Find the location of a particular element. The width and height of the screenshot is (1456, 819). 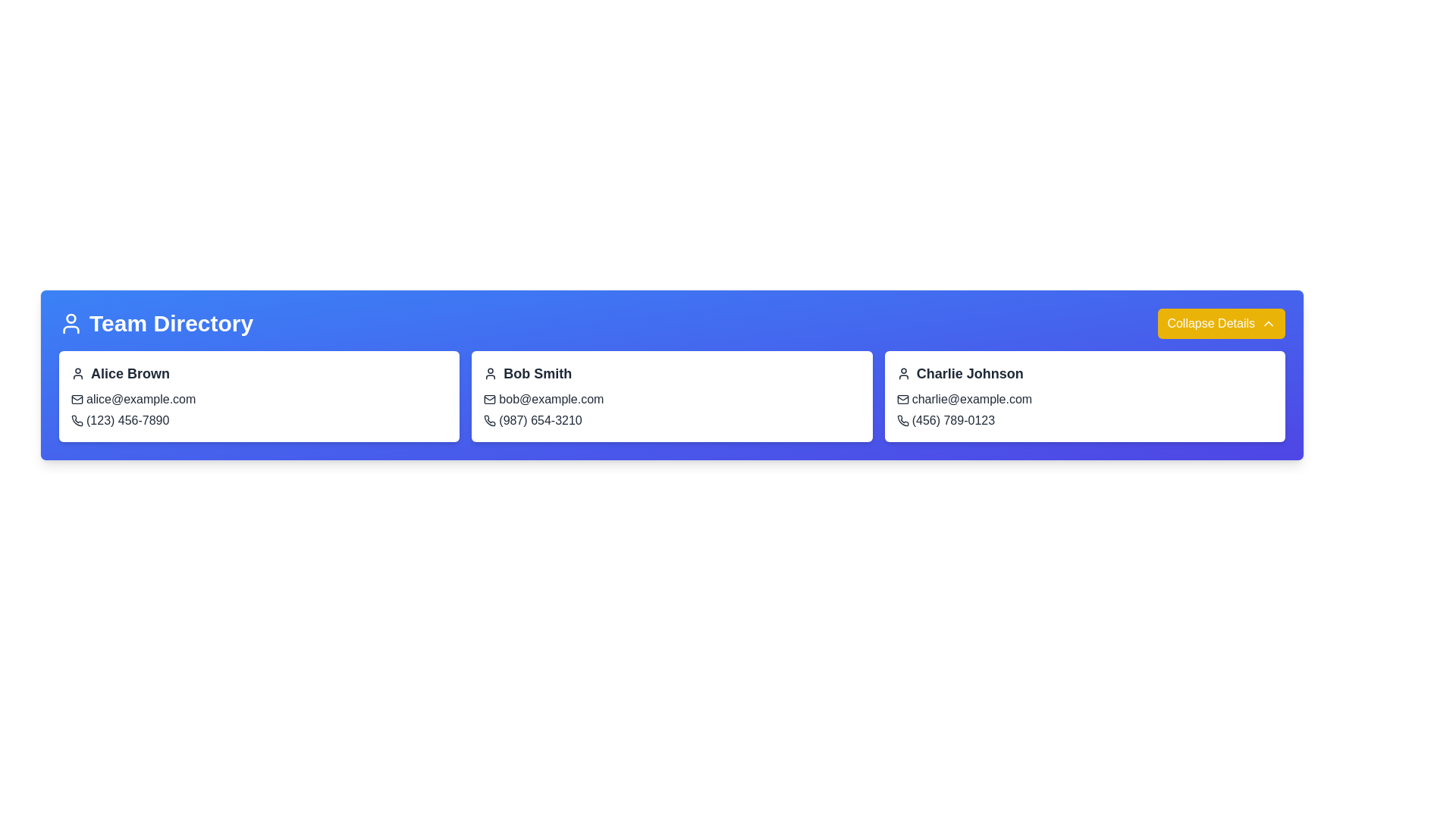

the text label that serves as a title for the team directory, located near the top-left corner of the interface is located at coordinates (156, 323).